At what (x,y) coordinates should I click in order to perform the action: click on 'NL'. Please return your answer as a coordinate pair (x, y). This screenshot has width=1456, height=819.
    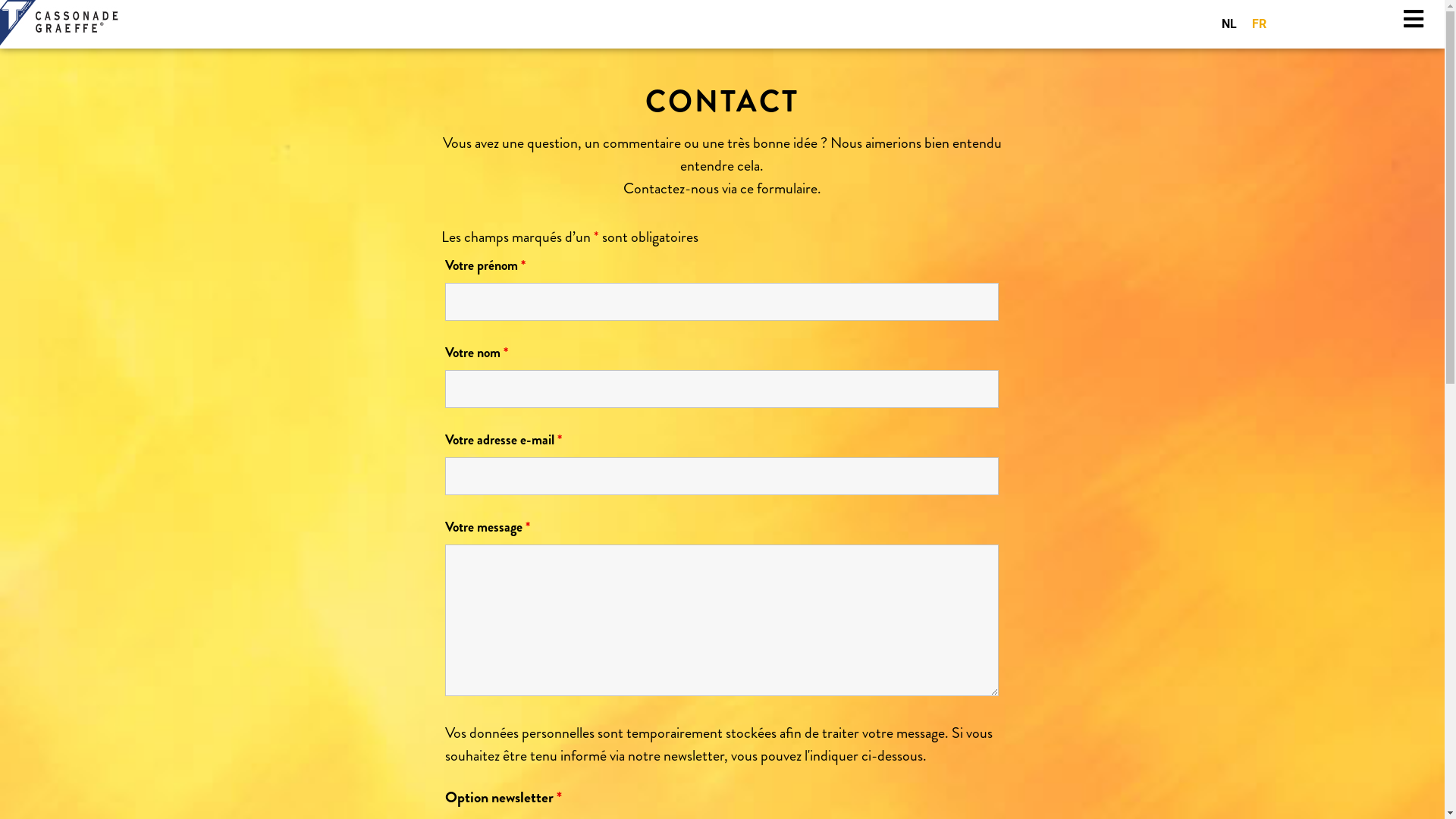
    Looking at the image, I should click on (1229, 24).